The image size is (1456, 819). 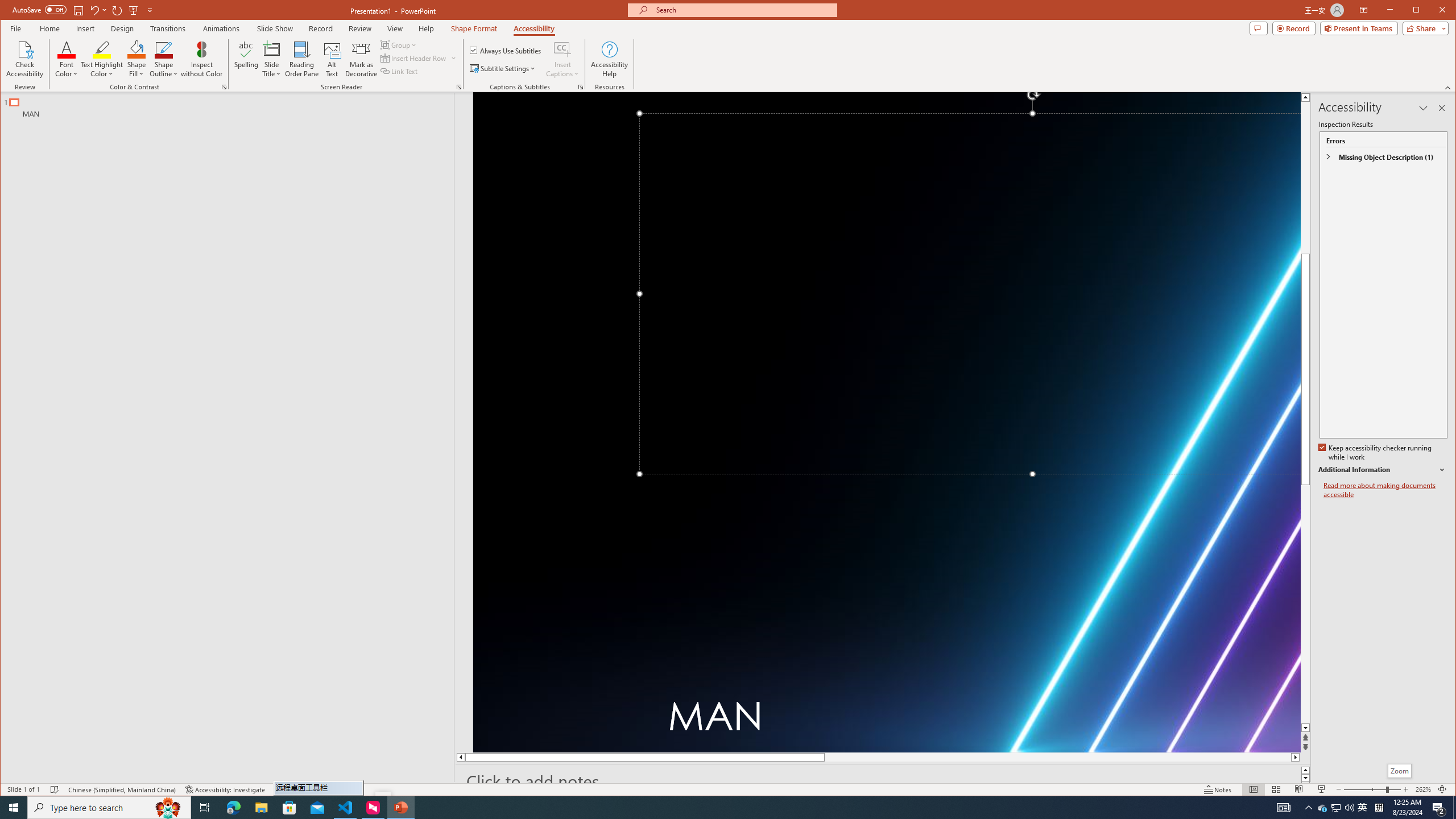 I want to click on 'Always Use Subtitles', so click(x=505, y=49).